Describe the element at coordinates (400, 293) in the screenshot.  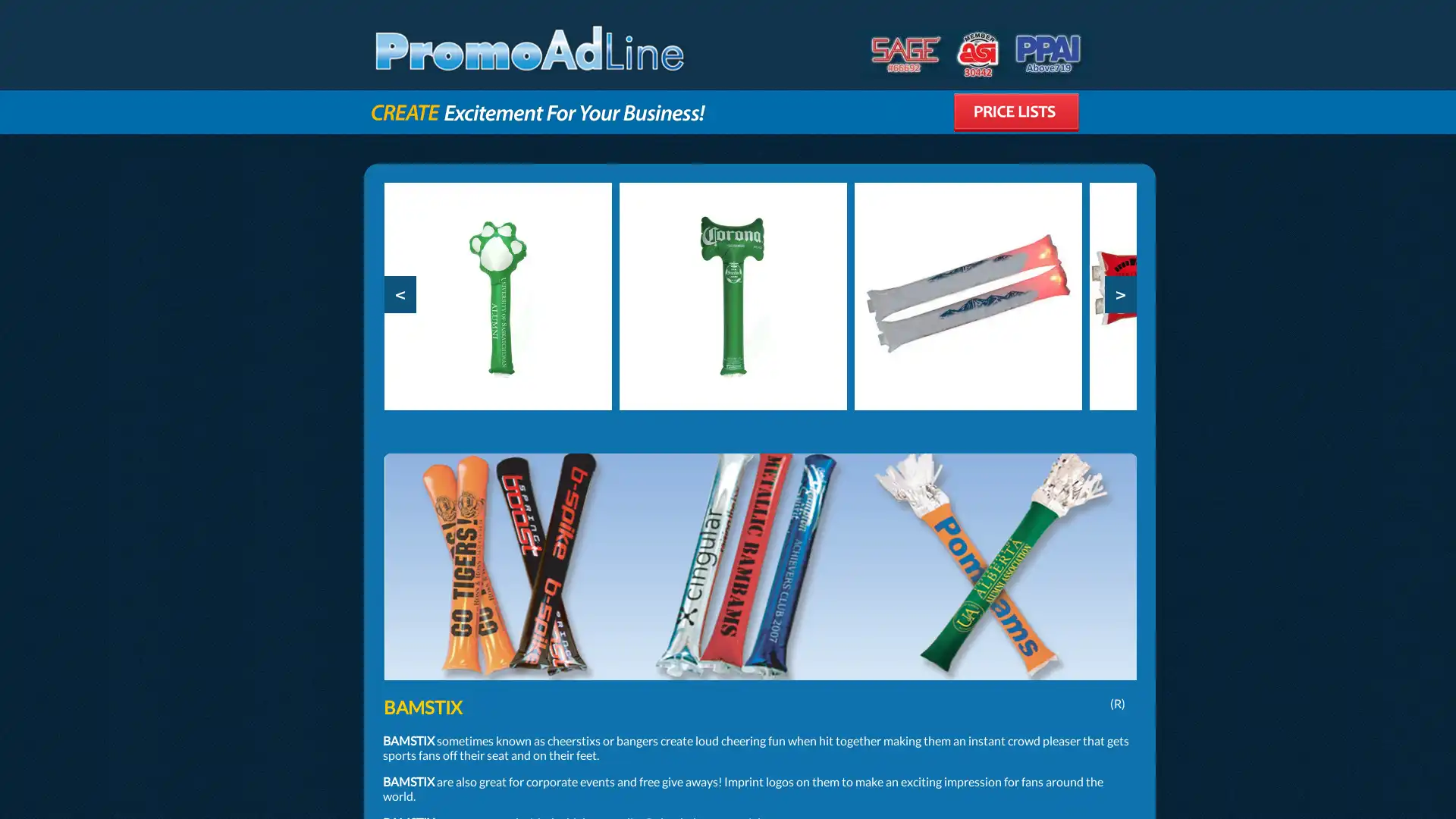
I see `<` at that location.